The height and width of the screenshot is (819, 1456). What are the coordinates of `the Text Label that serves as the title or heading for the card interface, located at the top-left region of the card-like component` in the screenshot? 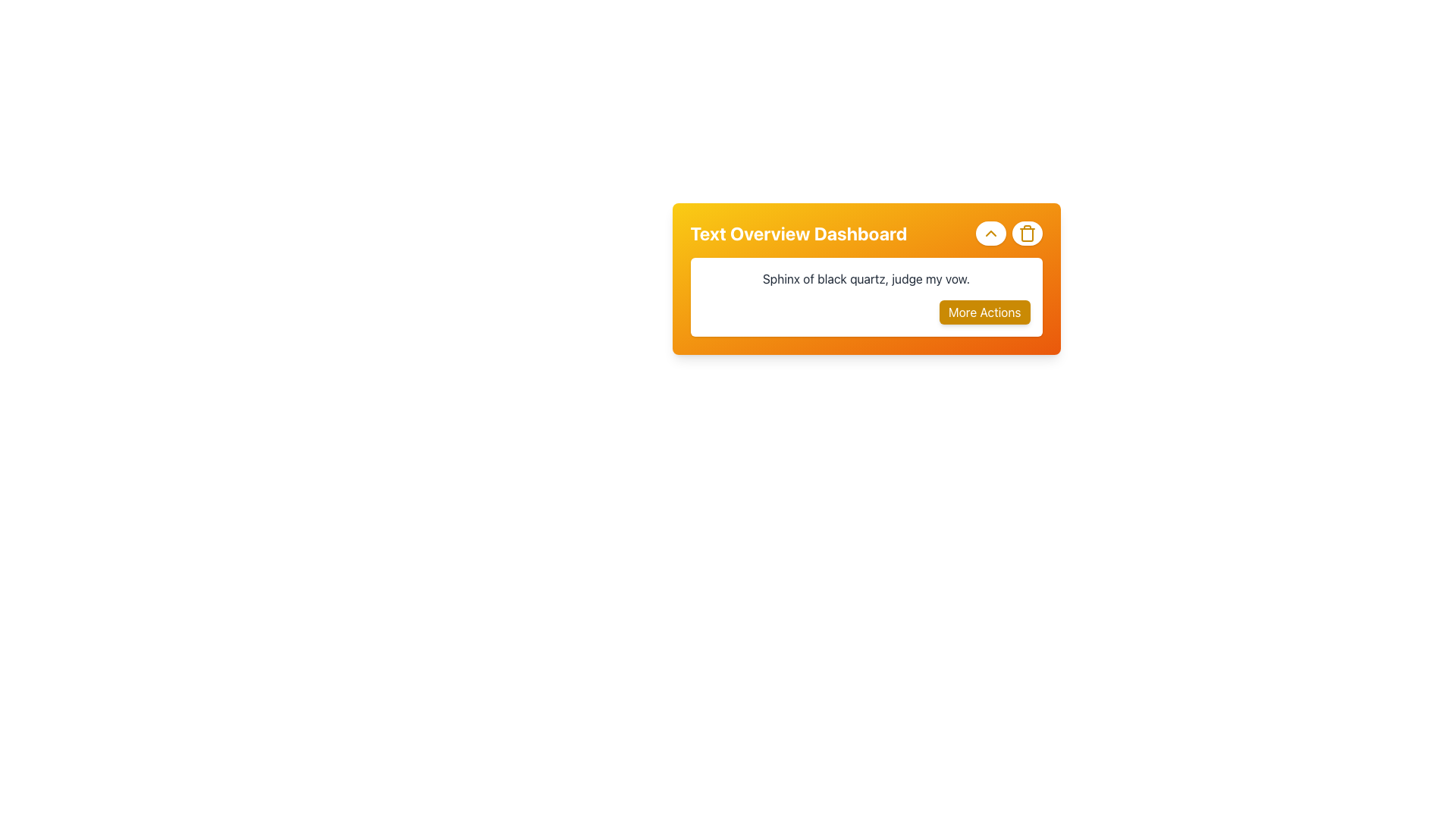 It's located at (798, 234).